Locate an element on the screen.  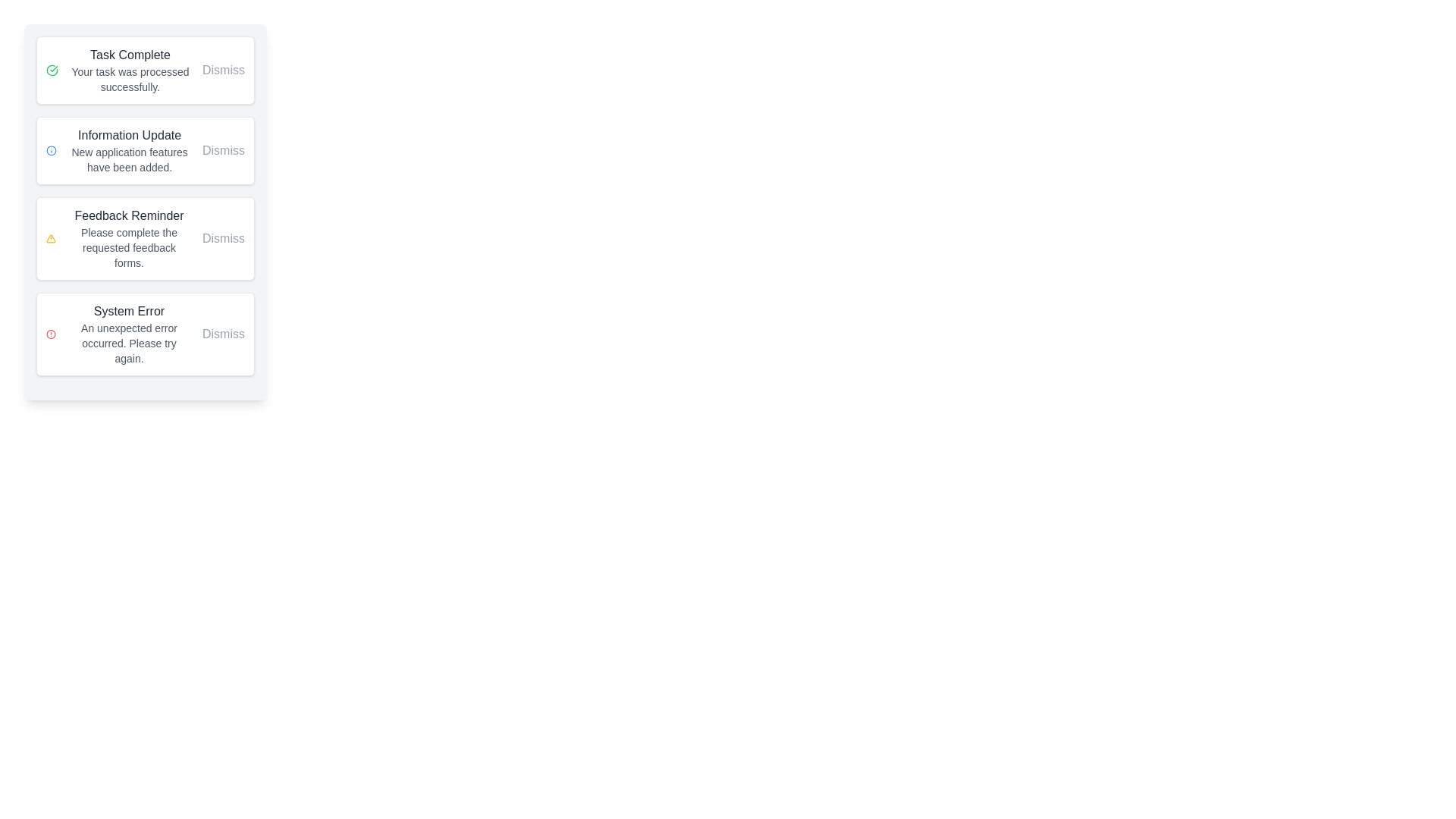
the circular outline of the SVG icon in the 'System Error' notification card, which is the fourth card from the top is located at coordinates (51, 333).